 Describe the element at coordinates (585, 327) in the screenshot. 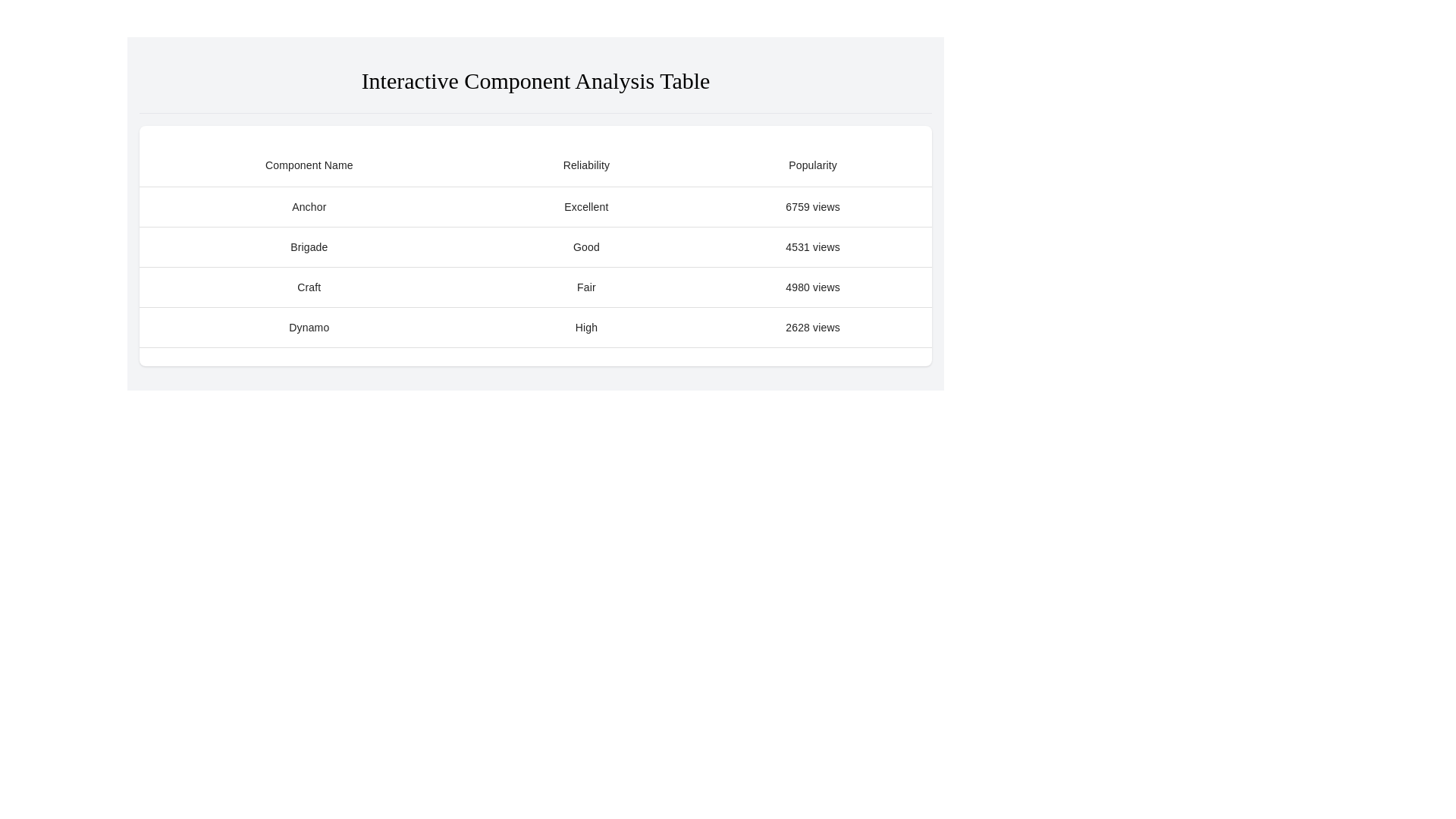

I see `the static text display showing the reliability level 'High' for the Dynamo component in the fourth row of the table` at that location.